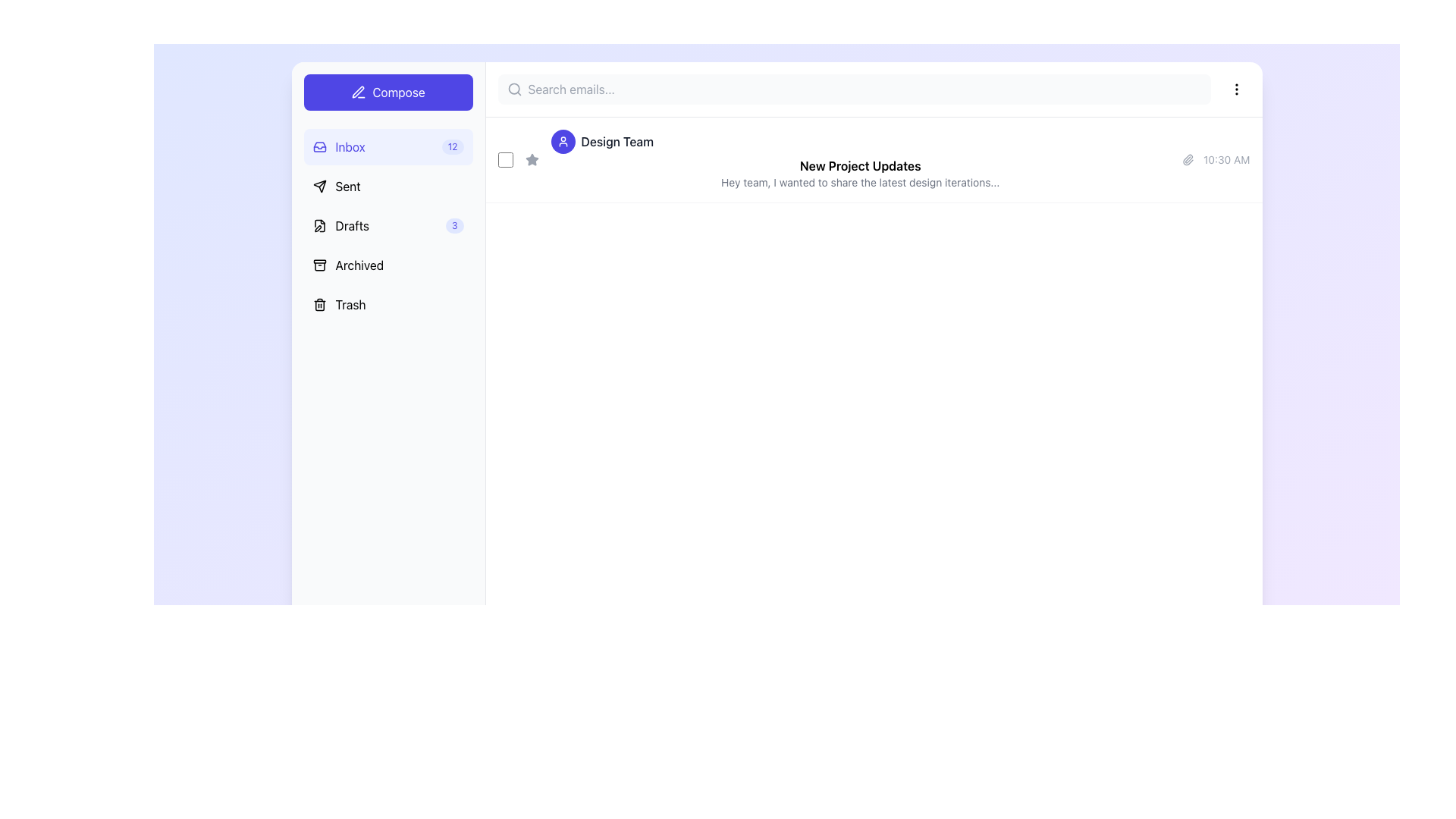 Image resolution: width=1456 pixels, height=819 pixels. I want to click on the small paper airplane icon that signifies a 'send' action, located to the left of the 'Sent' text label in the sidebar menu, so click(318, 186).